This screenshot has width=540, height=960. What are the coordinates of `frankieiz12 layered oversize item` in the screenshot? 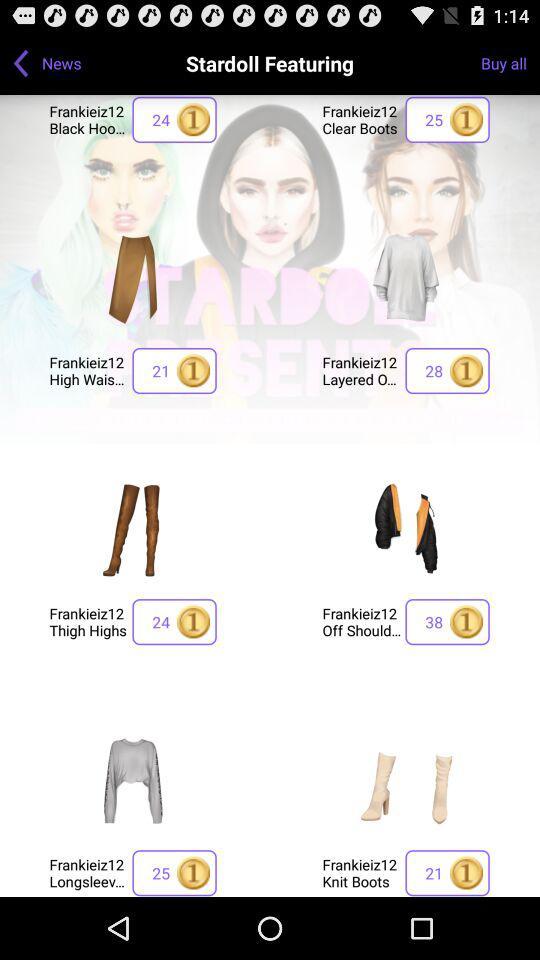 It's located at (360, 369).